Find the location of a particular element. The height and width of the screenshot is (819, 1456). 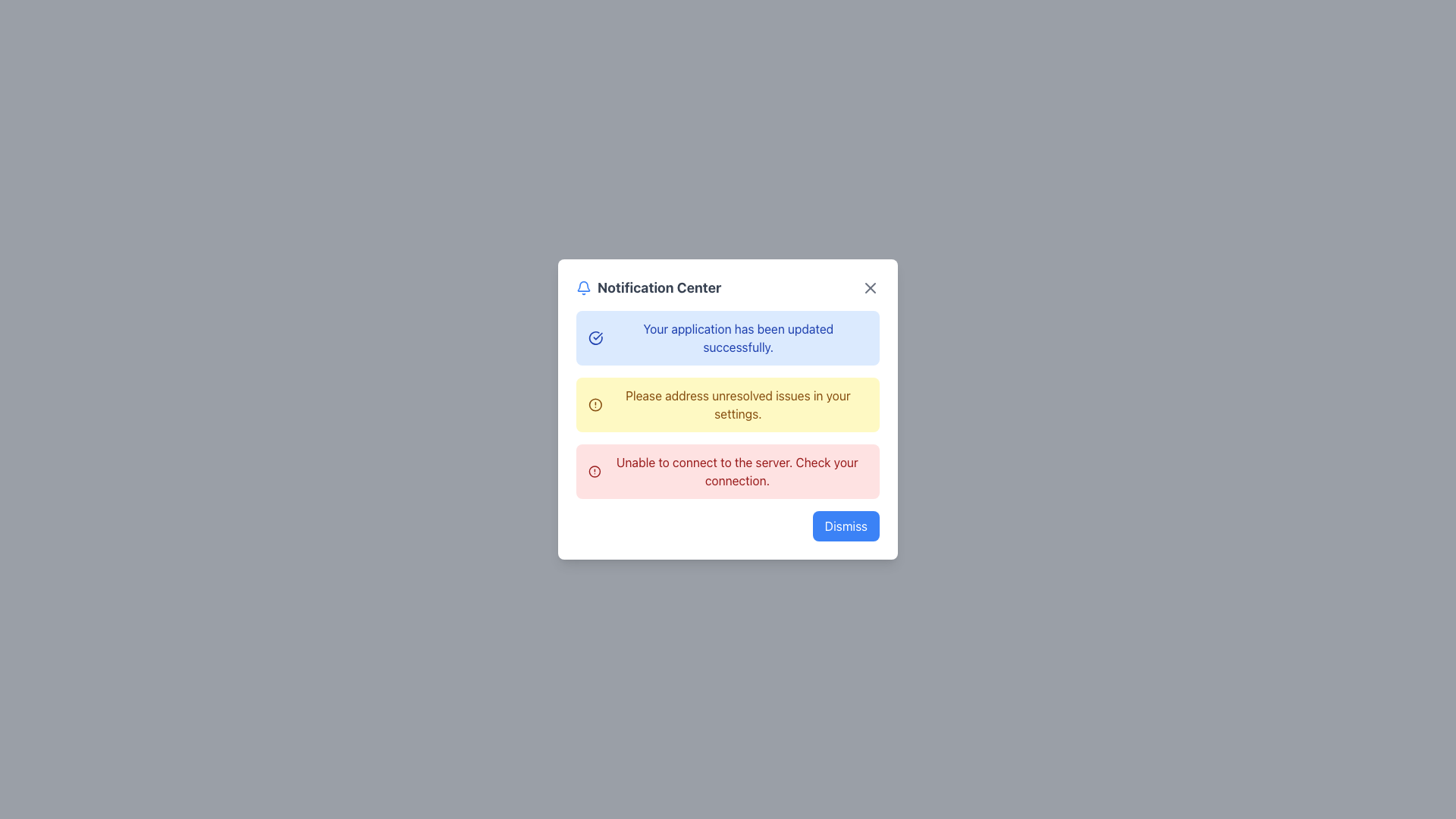

the static notification message with a light blue background and bold blue text stating 'Your application has been updated successfully.' located at the top of the Notification Center is located at coordinates (728, 337).